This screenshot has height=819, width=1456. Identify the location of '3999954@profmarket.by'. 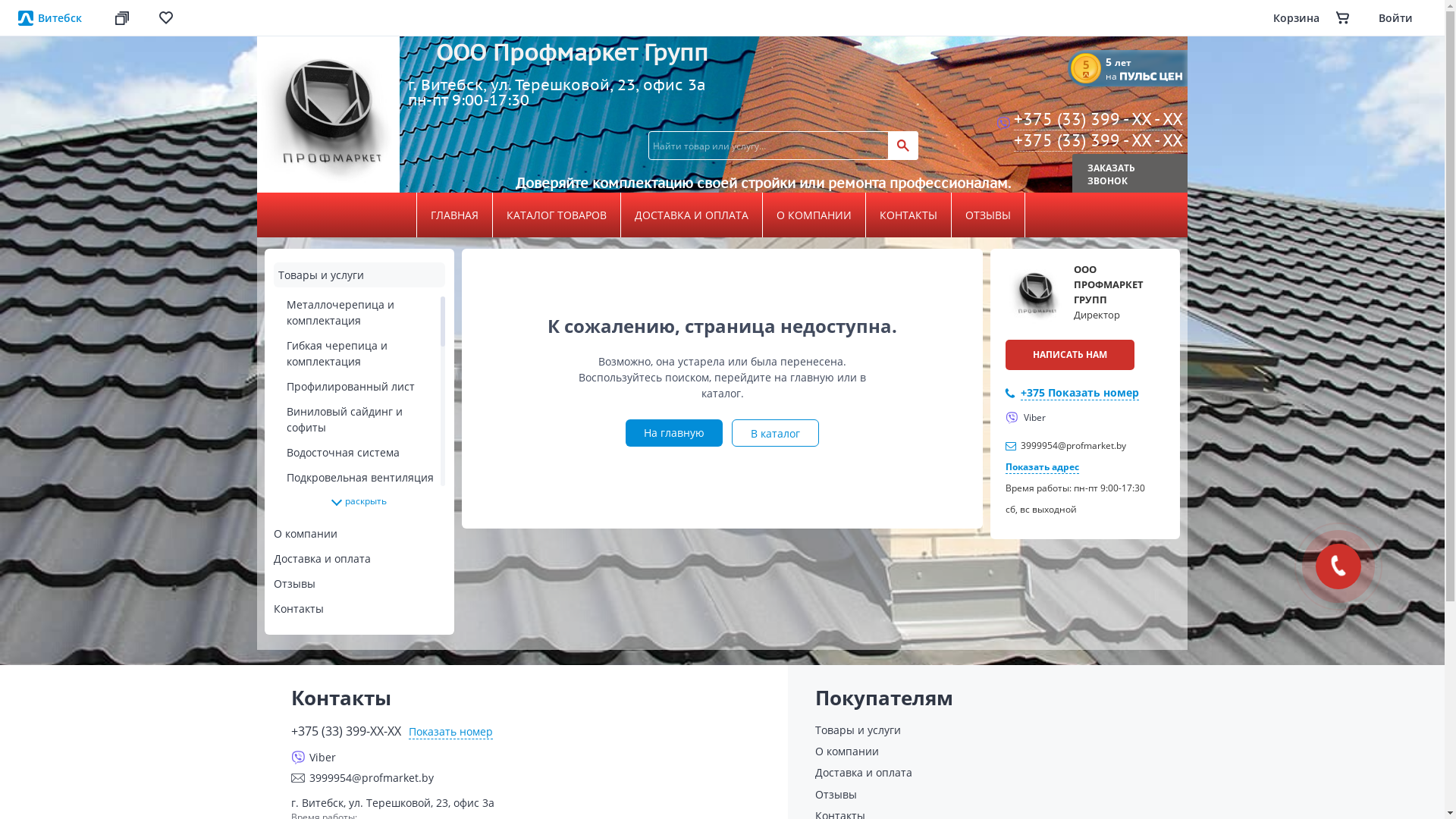
(1072, 444).